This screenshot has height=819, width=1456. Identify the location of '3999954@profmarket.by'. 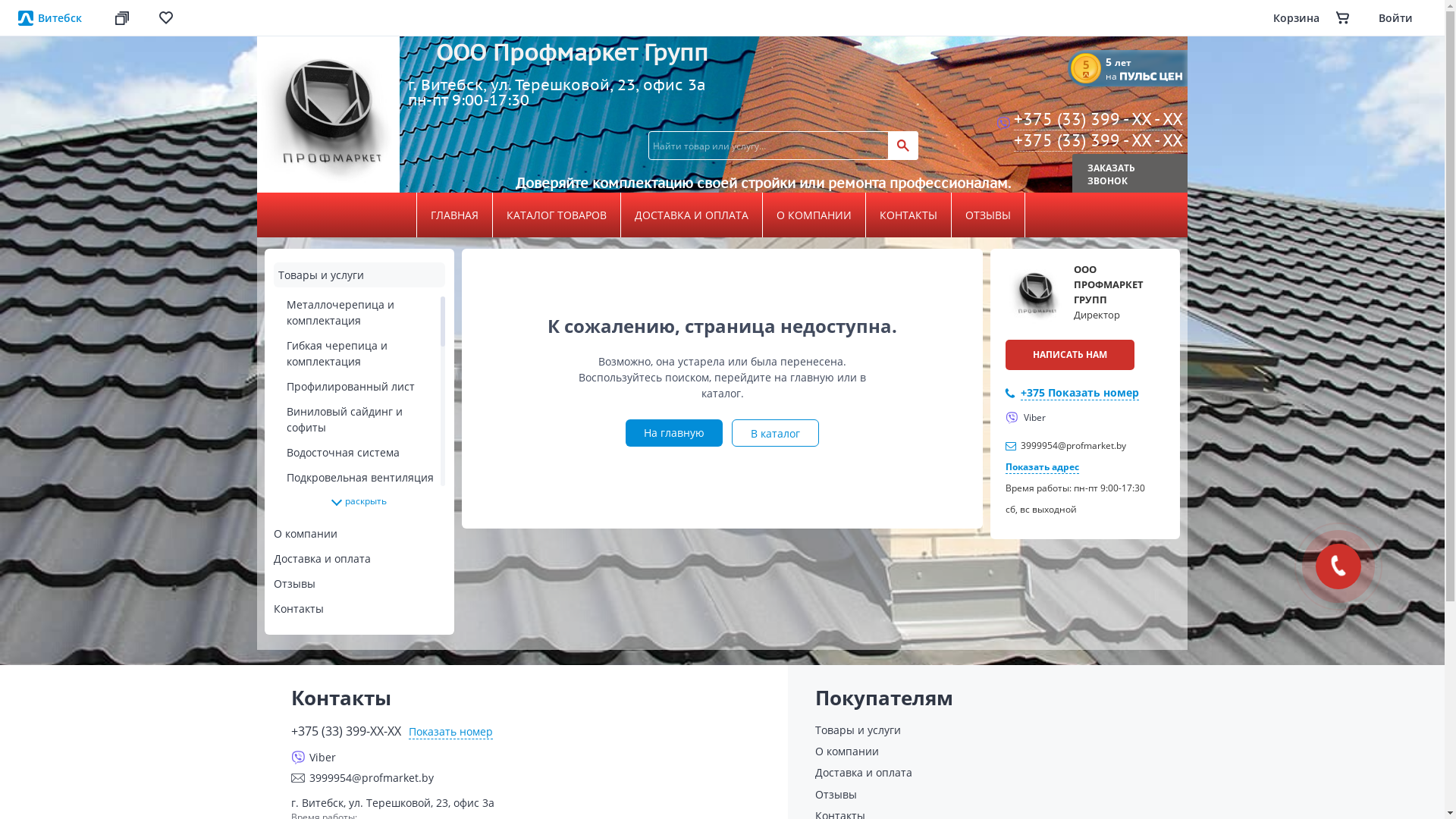
(1072, 444).